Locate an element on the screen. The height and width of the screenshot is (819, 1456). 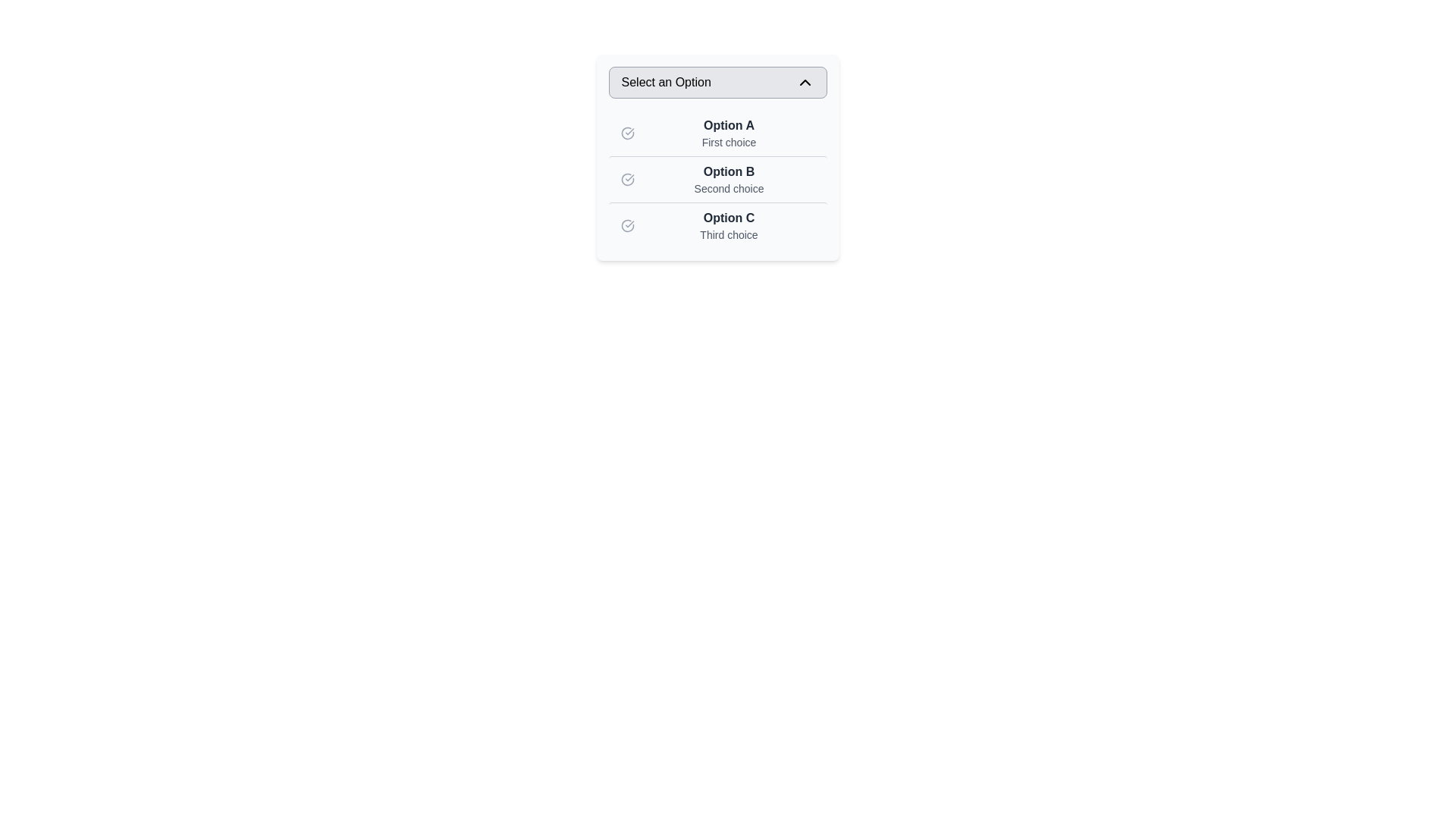
the static text label that provides additional information about 'Option A', located within the dropdown menu beneath the main heading of 'Option A' is located at coordinates (729, 143).